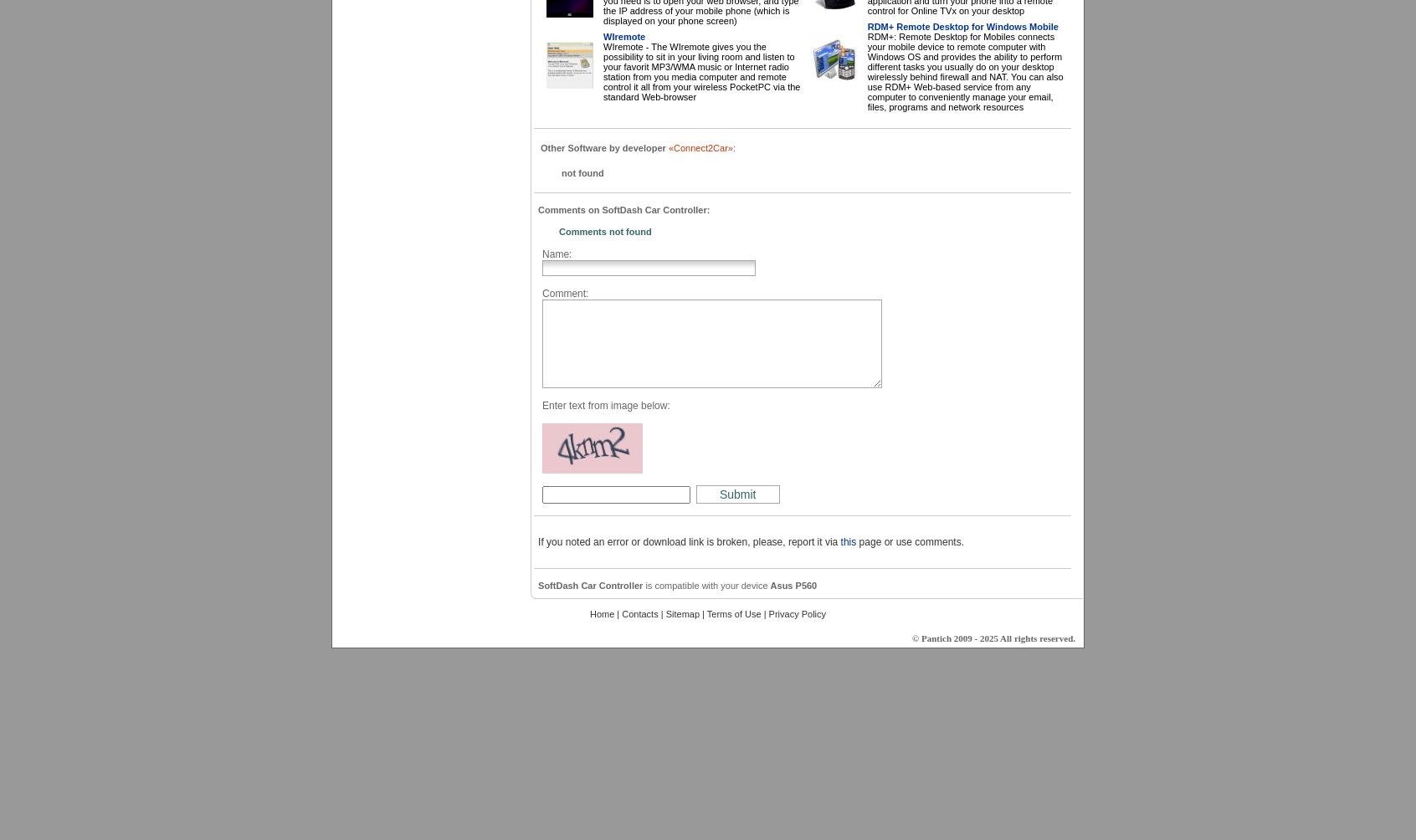  I want to click on 'Enter text from image below:', so click(542, 405).